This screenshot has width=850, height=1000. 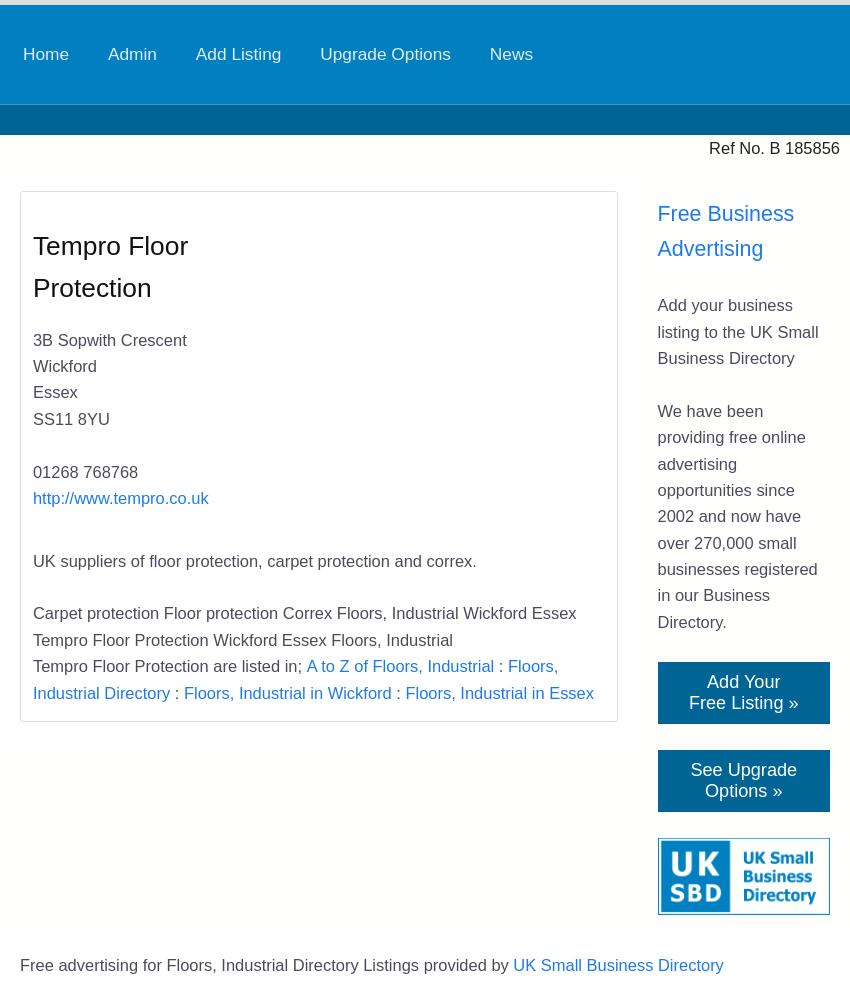 I want to click on 'We have been providing free online advertising opportunities since 2002 and now have over 270,000 small businesses registered in our Business Directory.', so click(x=737, y=515).